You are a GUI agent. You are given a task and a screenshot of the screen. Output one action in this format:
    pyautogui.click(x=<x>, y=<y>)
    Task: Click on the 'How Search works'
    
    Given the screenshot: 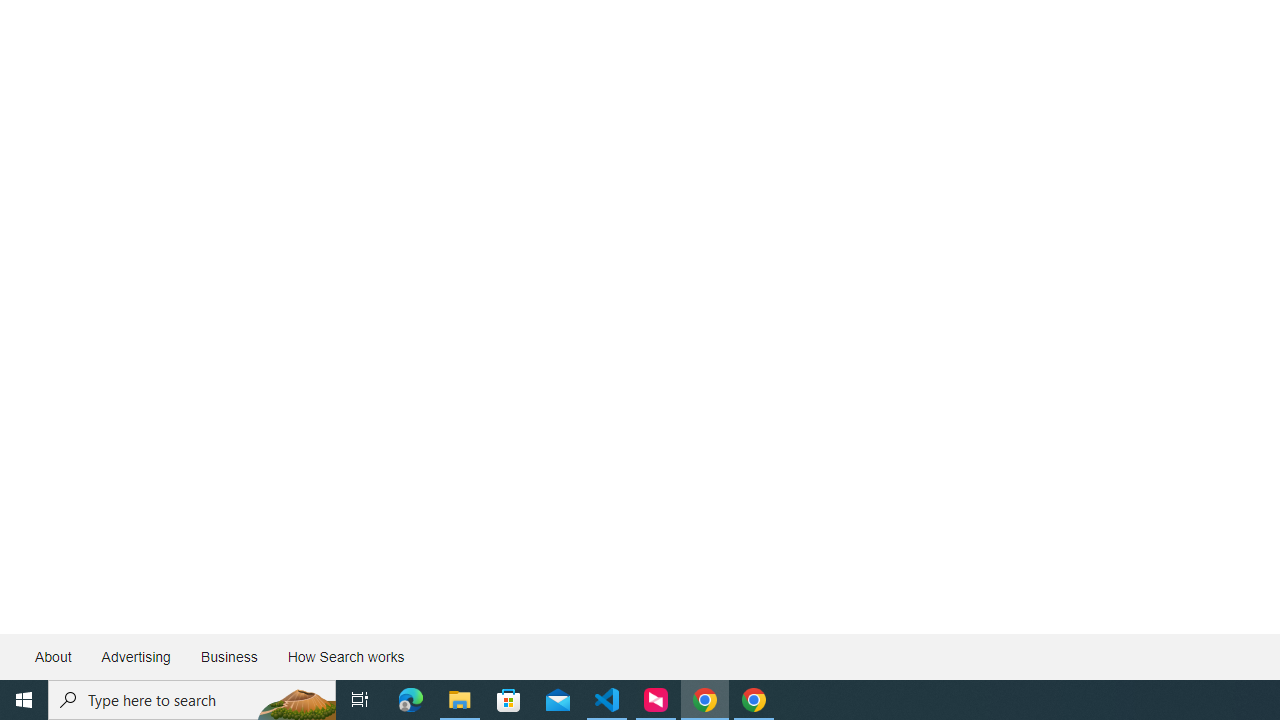 What is the action you would take?
    pyautogui.click(x=345, y=657)
    